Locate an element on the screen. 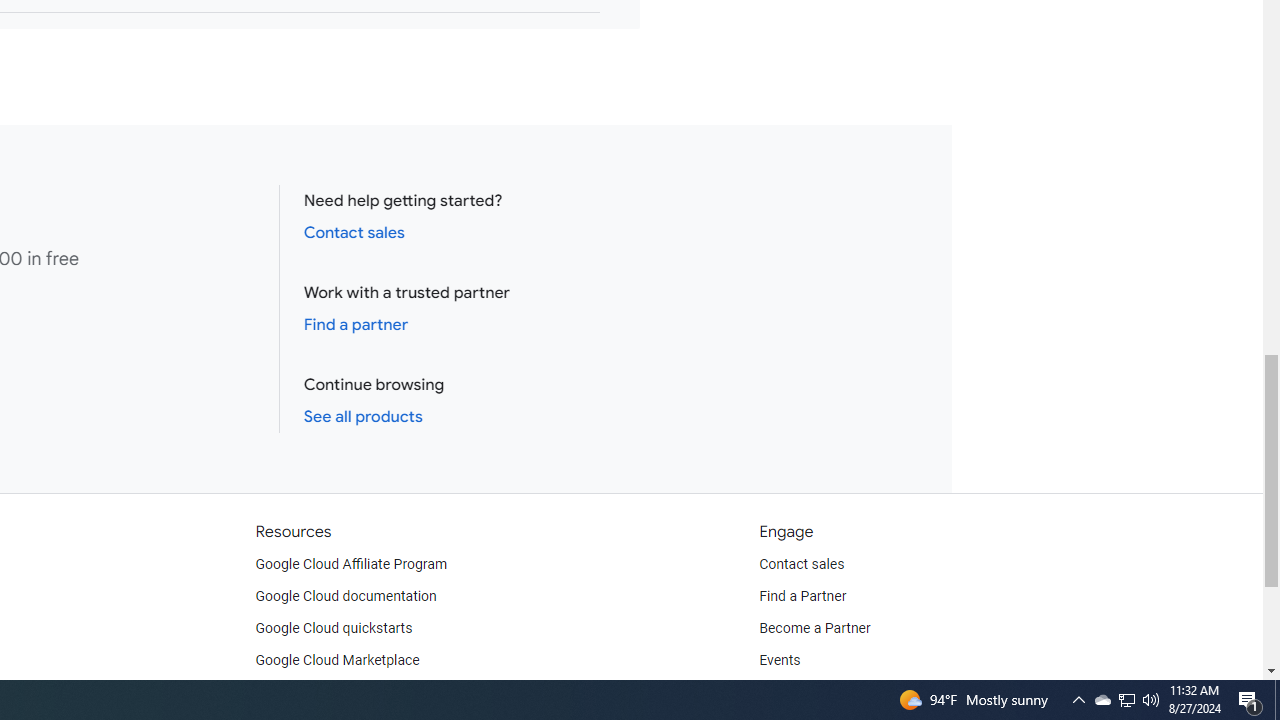 Image resolution: width=1280 pixels, height=720 pixels. 'Google Cloud Affiliate Program' is located at coordinates (351, 564).